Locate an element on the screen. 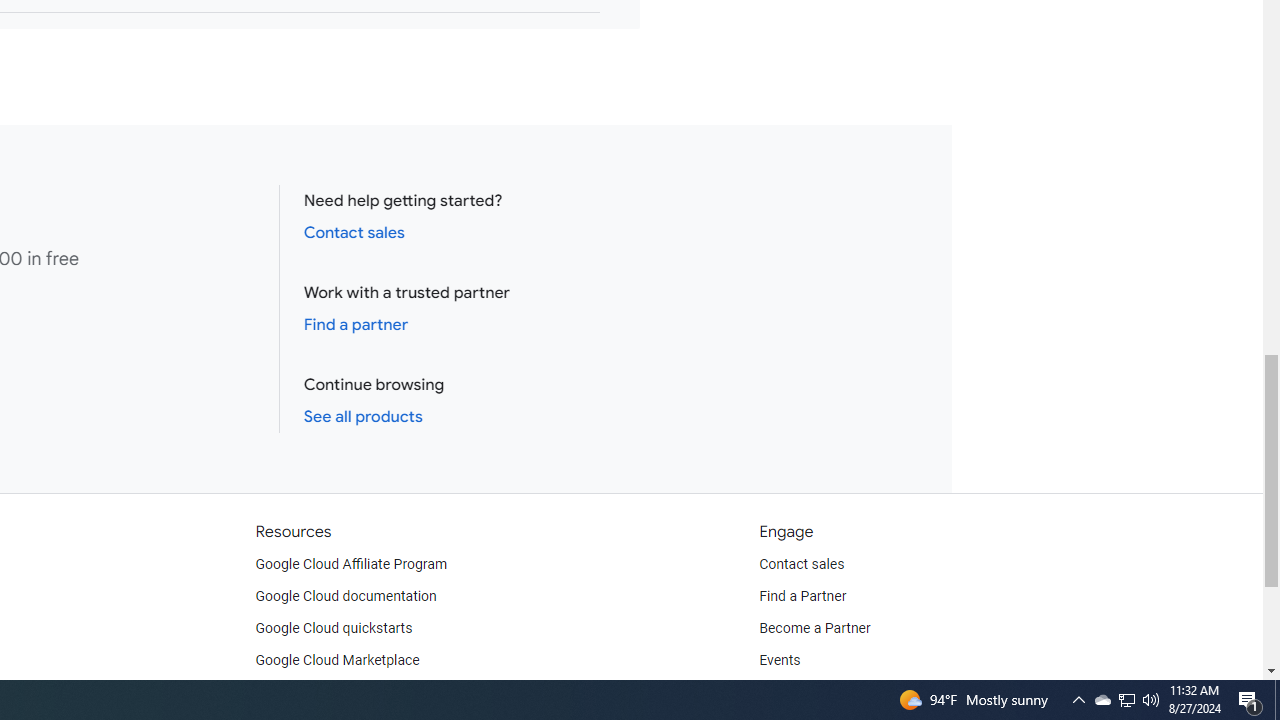 Image resolution: width=1280 pixels, height=720 pixels. 'Google Cloud Affiliate Program' is located at coordinates (351, 564).